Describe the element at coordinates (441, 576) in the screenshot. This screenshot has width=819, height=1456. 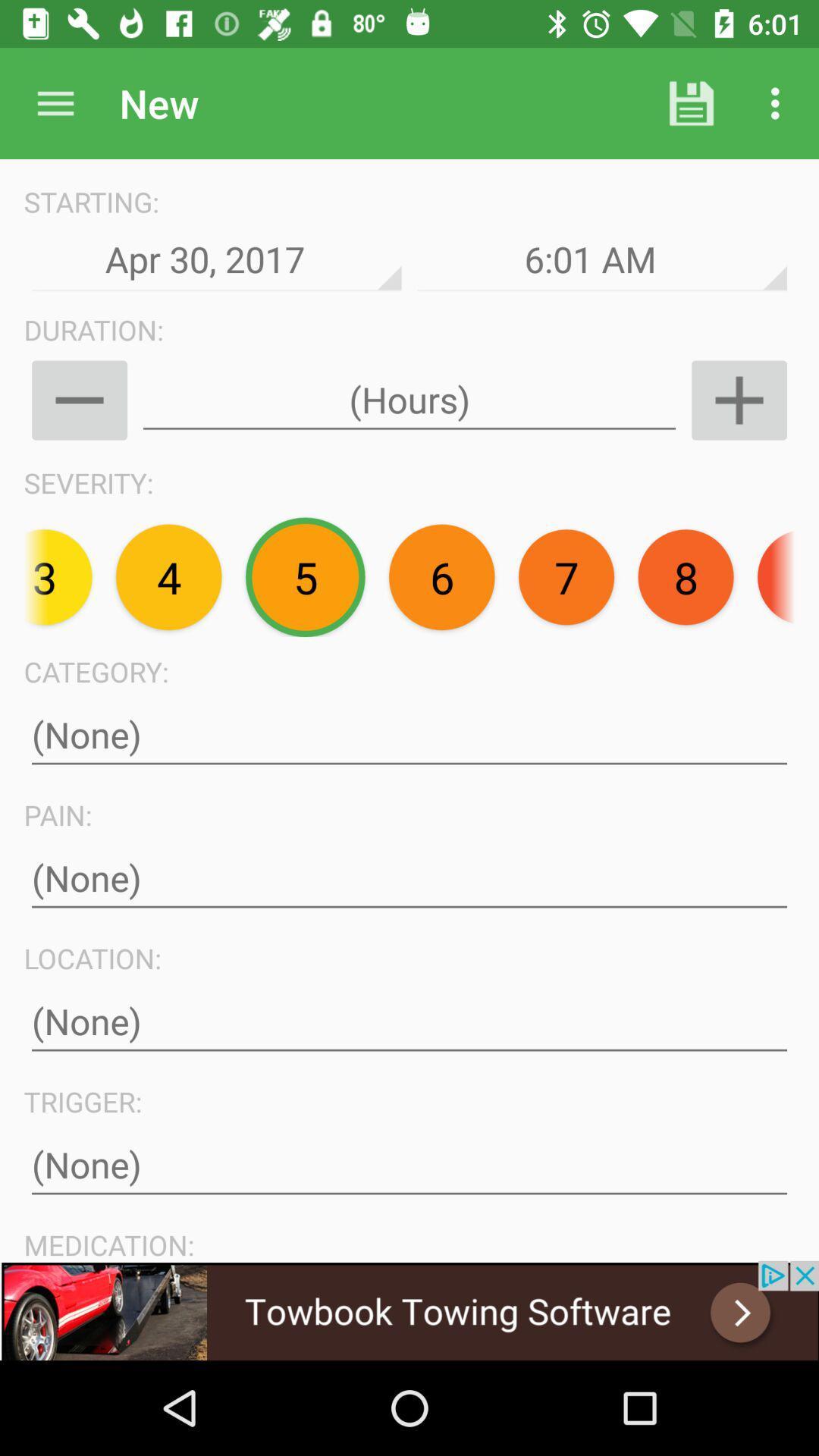
I see `the text  6` at that location.